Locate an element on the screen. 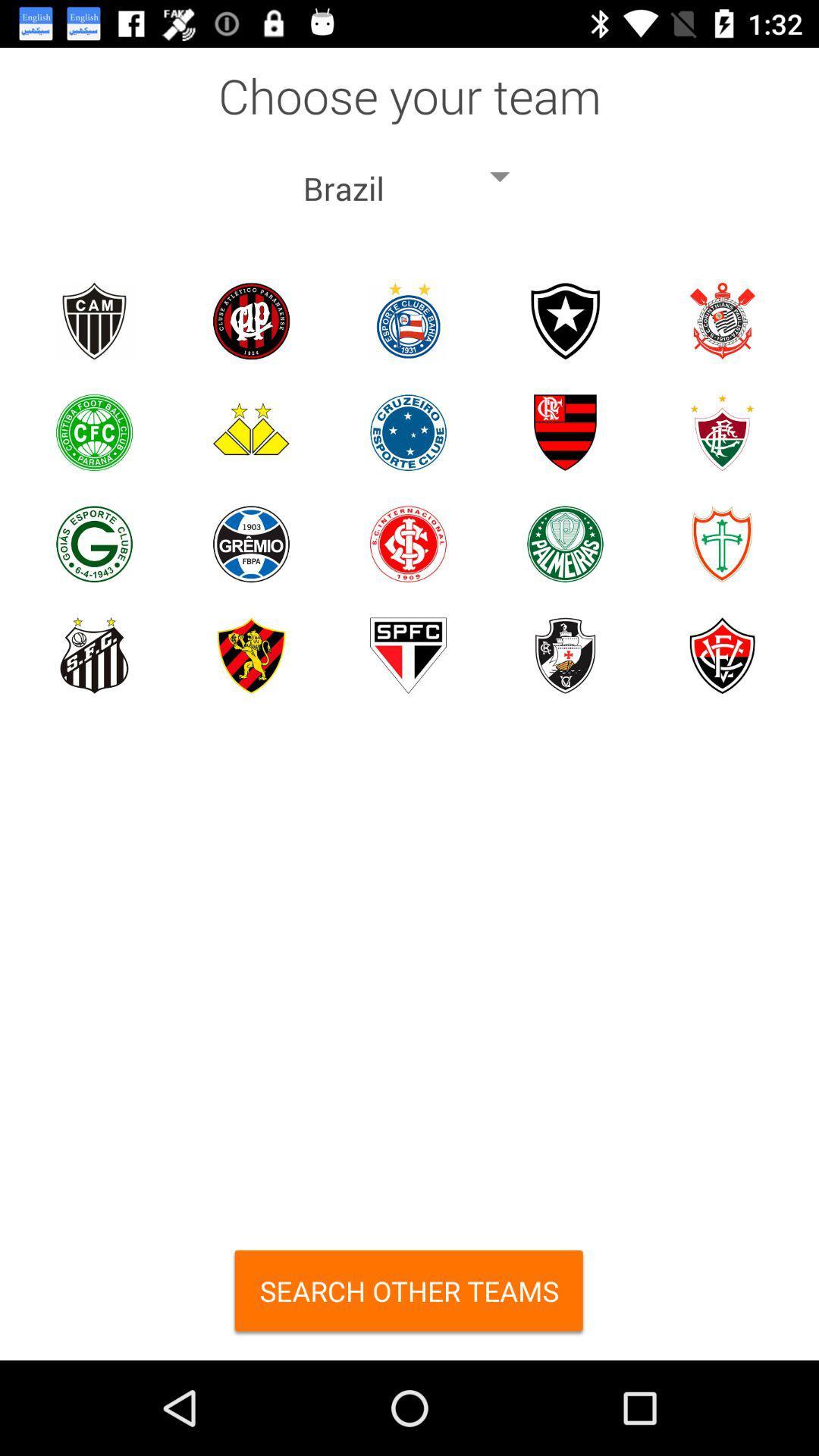 The width and height of the screenshot is (819, 1456). drop down brazil is located at coordinates (409, 177).